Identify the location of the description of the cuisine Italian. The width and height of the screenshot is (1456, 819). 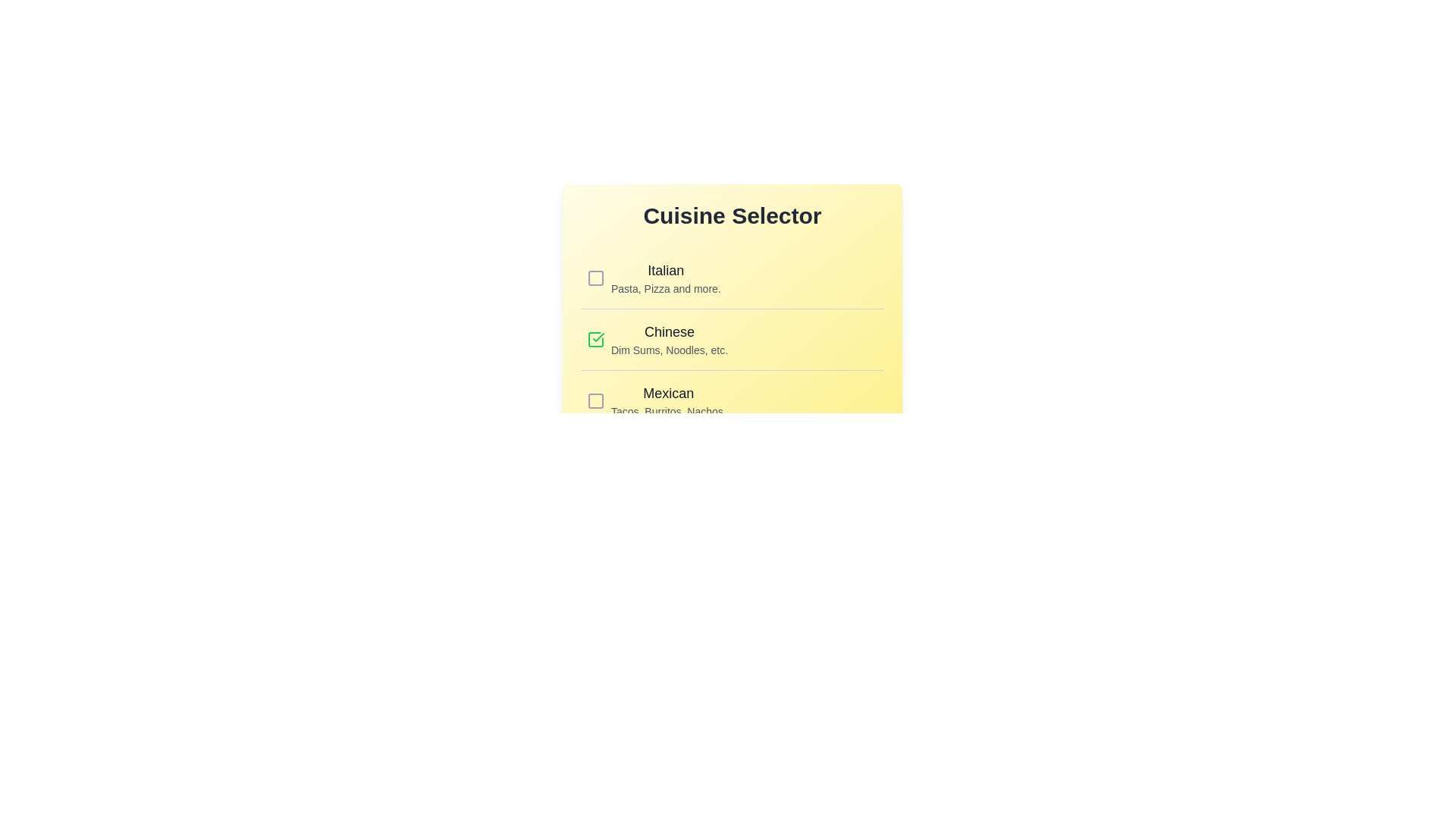
(666, 270).